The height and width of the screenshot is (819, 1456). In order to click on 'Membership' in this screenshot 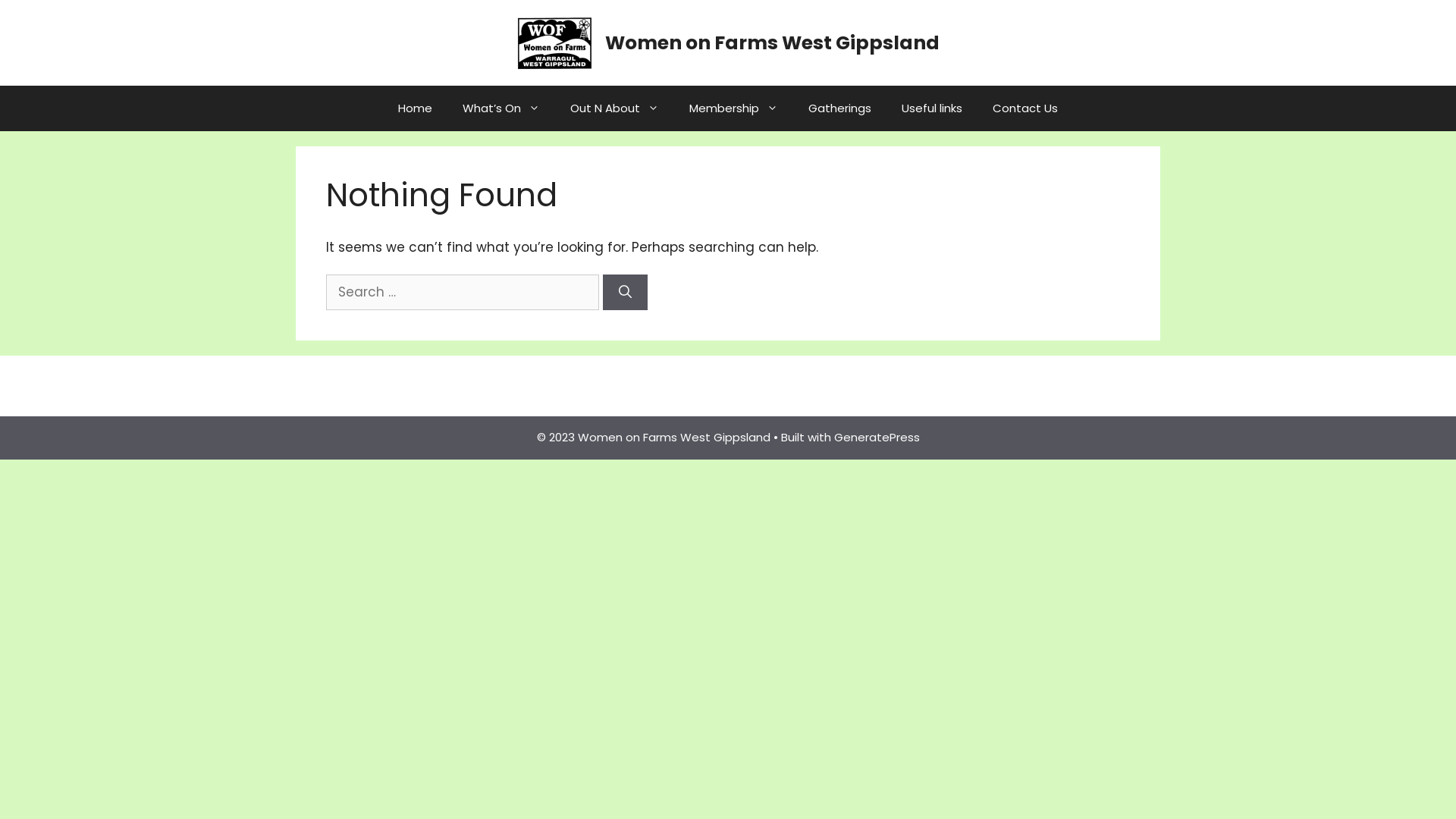, I will do `click(733, 107)`.